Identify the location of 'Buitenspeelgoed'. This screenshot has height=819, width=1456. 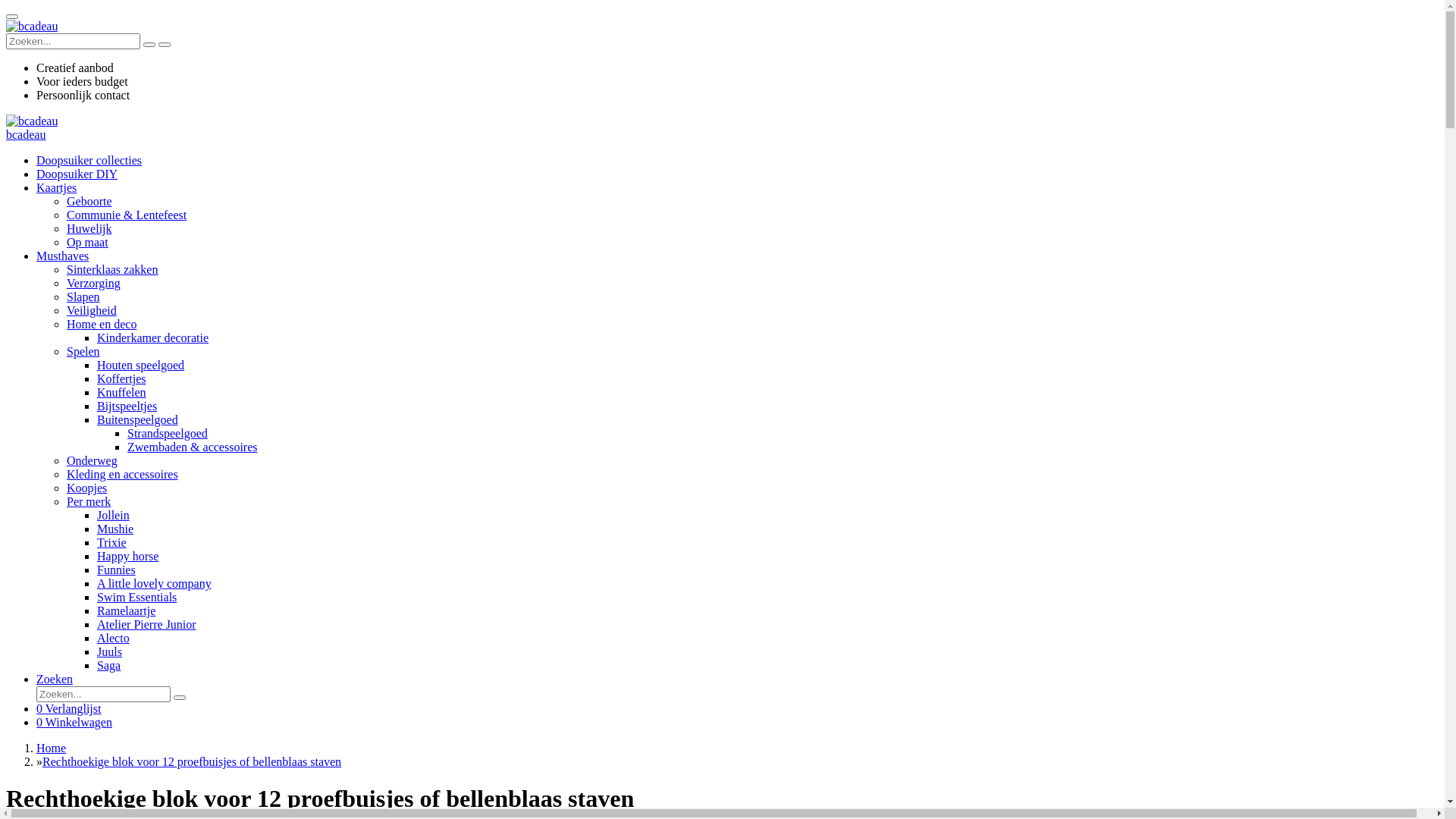
(137, 419).